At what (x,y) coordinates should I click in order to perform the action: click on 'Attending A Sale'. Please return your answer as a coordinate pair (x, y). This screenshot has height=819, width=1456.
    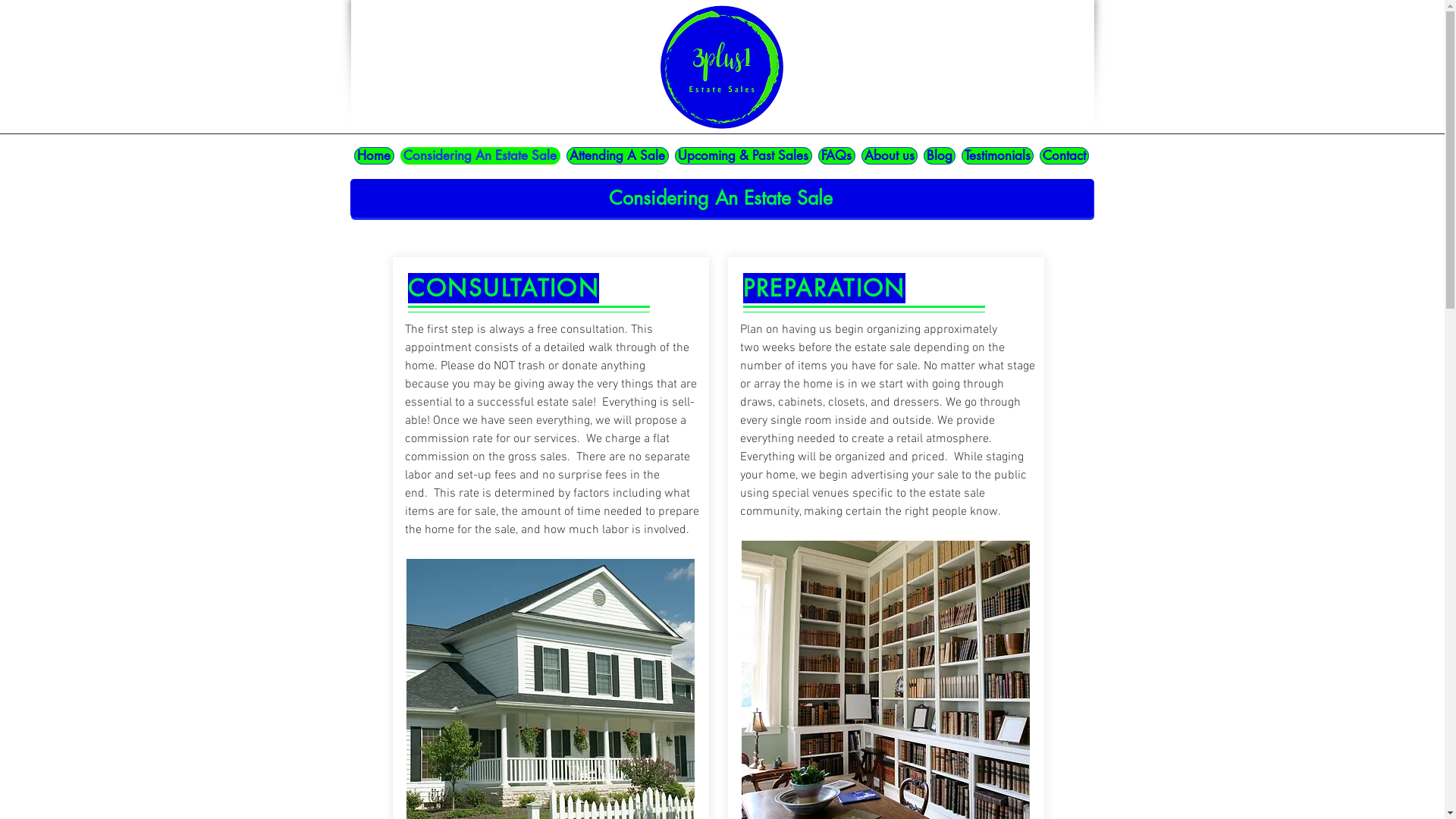
    Looking at the image, I should click on (564, 155).